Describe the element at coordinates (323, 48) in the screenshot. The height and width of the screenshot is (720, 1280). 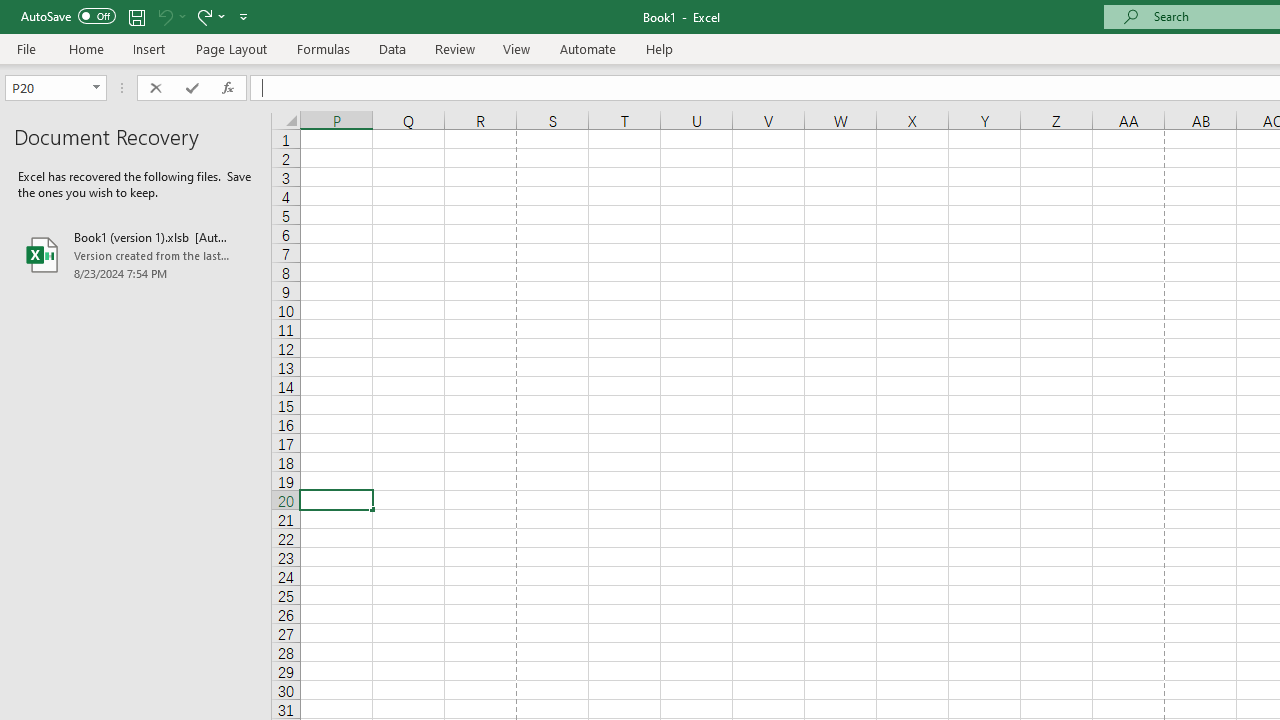
I see `'Formulas'` at that location.